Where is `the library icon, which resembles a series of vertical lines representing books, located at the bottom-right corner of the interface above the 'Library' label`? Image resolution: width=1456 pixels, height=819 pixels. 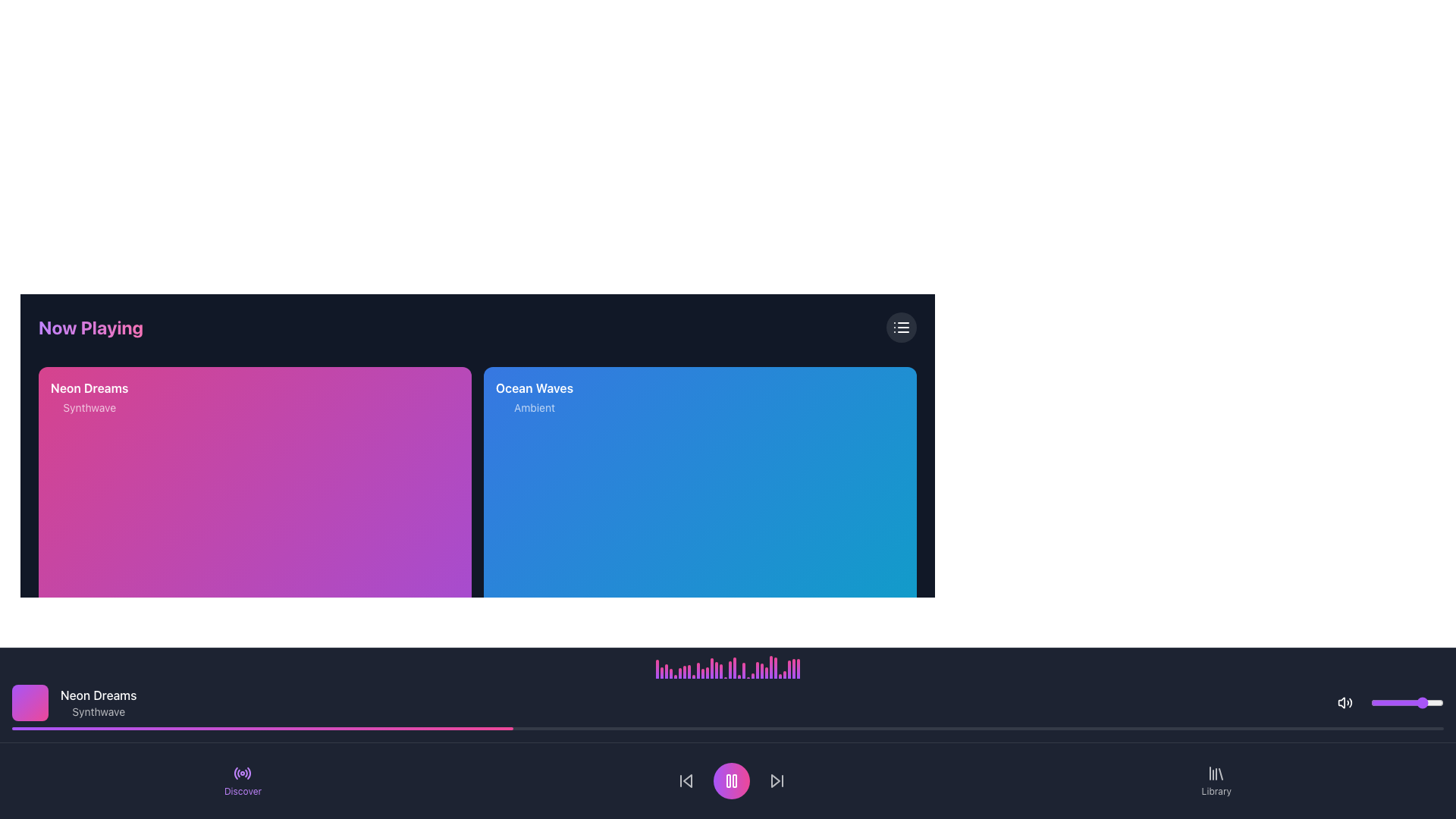 the library icon, which resembles a series of vertical lines representing books, located at the bottom-right corner of the interface above the 'Library' label is located at coordinates (1216, 773).